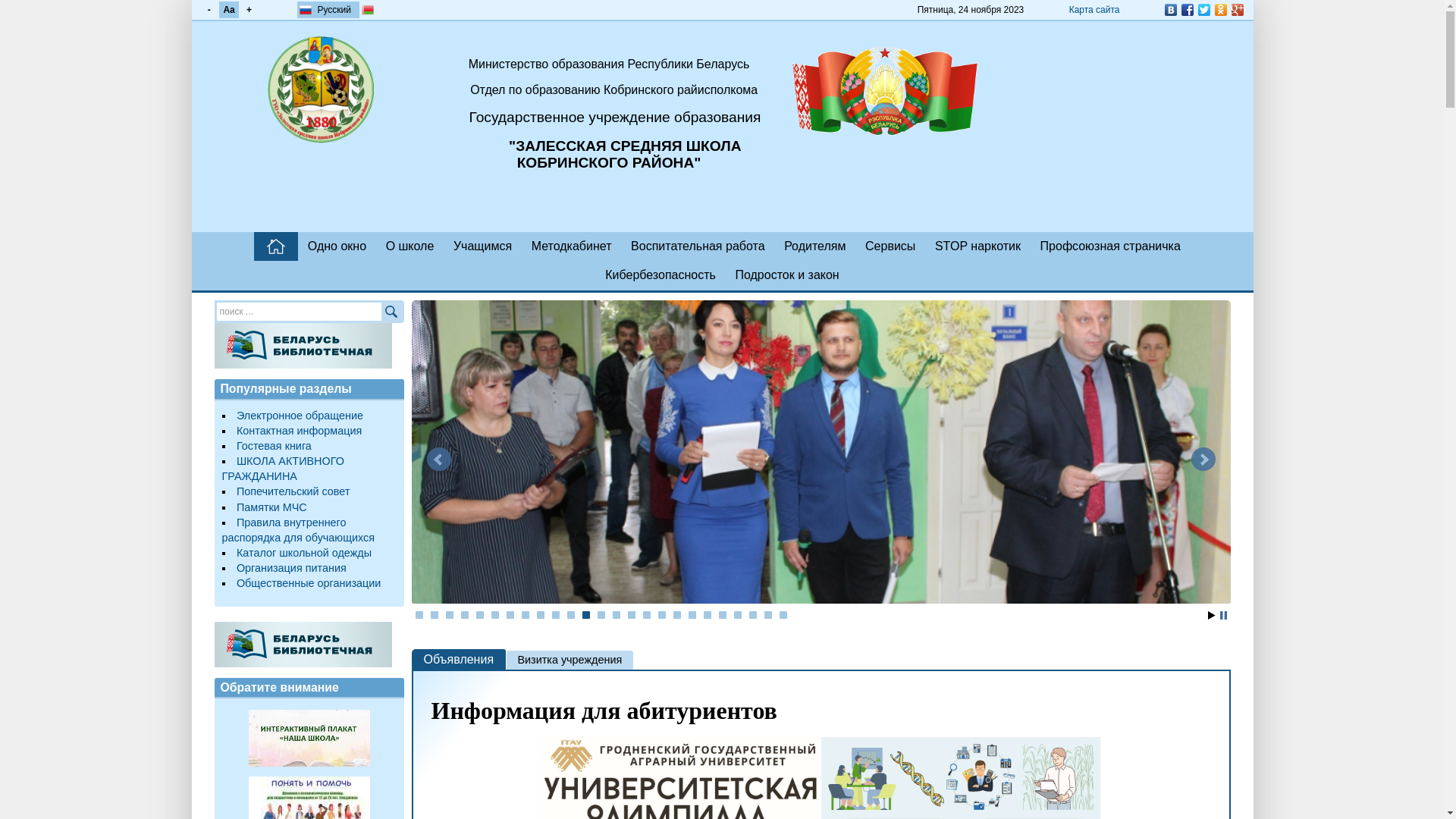 This screenshot has width=1456, height=819. Describe the element at coordinates (767, 614) in the screenshot. I see `'24'` at that location.